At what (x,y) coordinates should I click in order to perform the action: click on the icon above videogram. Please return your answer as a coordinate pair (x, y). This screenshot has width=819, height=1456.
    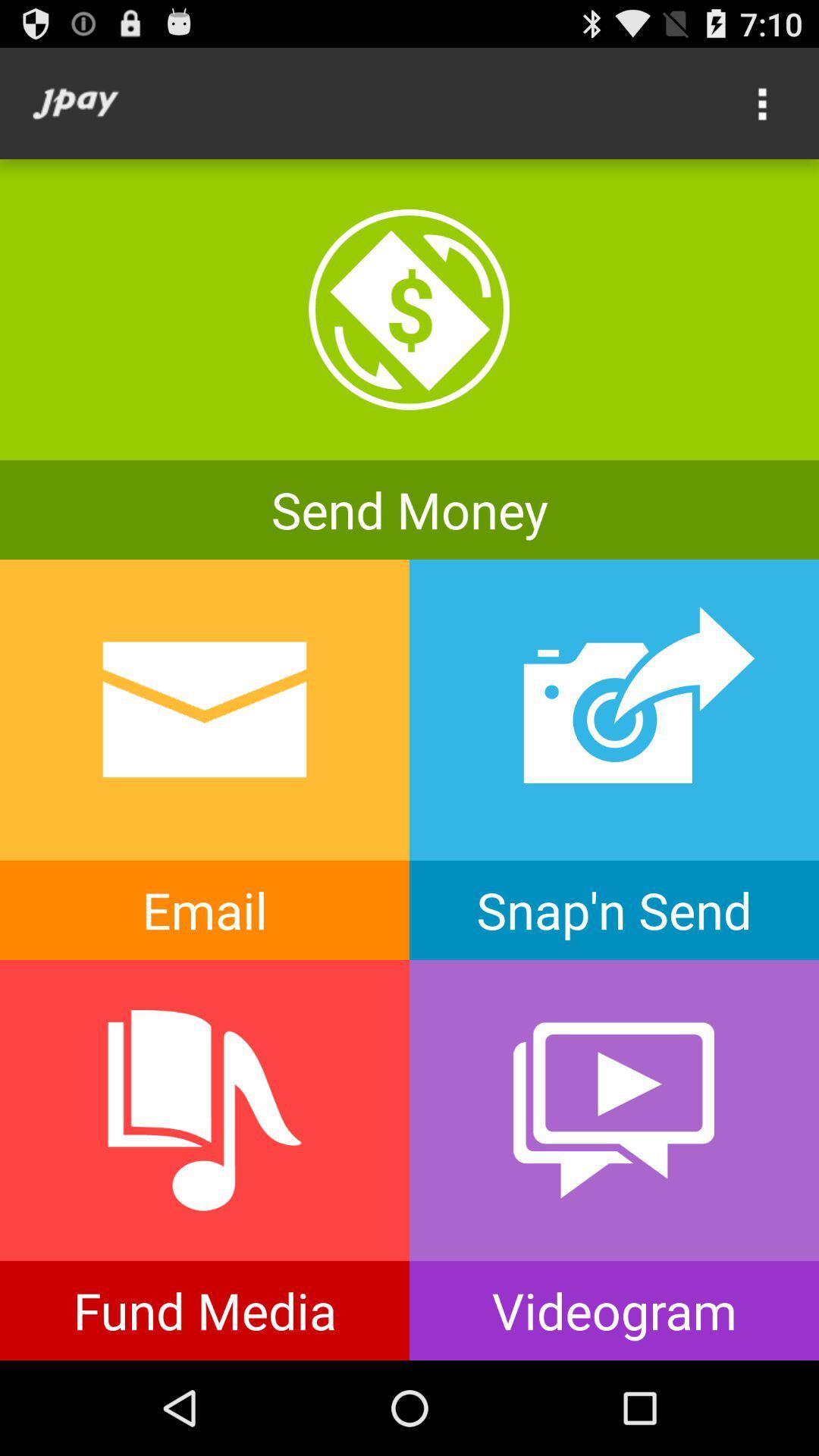
    Looking at the image, I should click on (614, 1110).